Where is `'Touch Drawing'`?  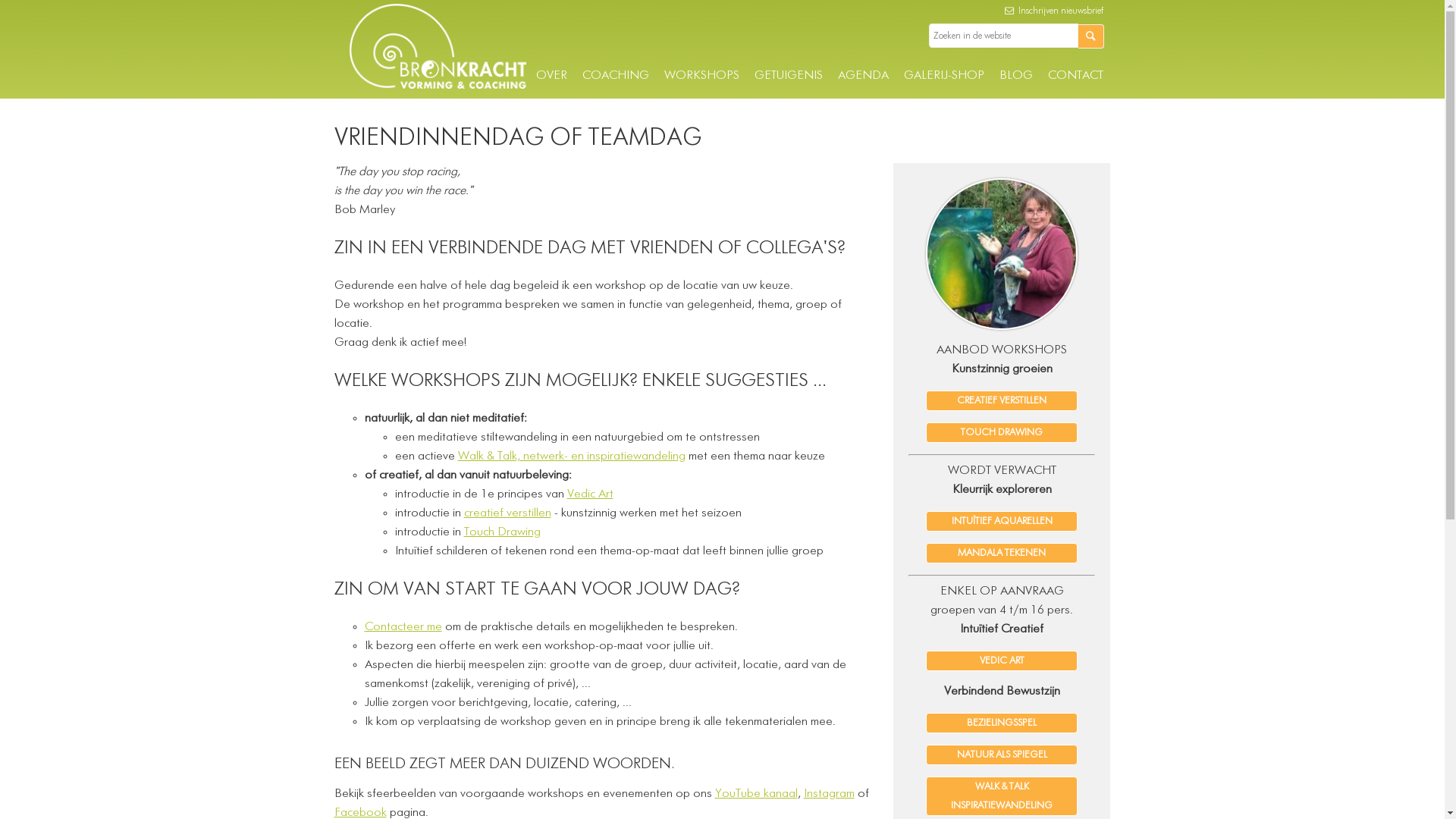
'Touch Drawing' is located at coordinates (502, 532).